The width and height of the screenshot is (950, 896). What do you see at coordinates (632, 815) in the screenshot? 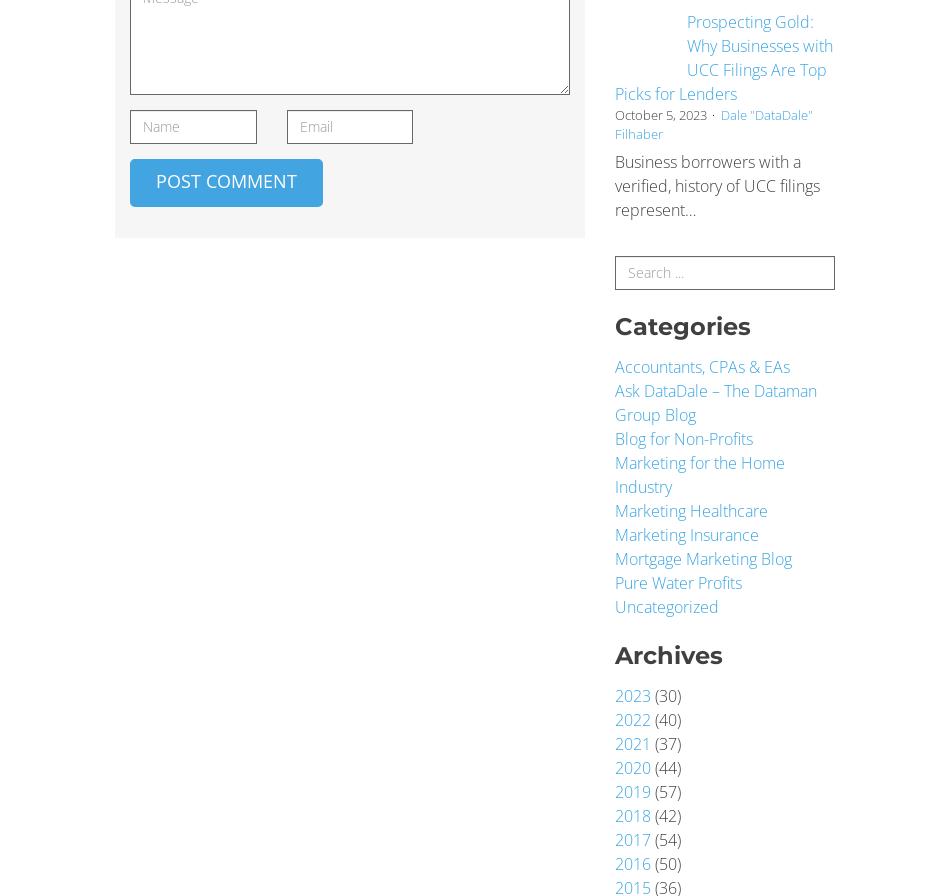
I see `'2018'` at bounding box center [632, 815].